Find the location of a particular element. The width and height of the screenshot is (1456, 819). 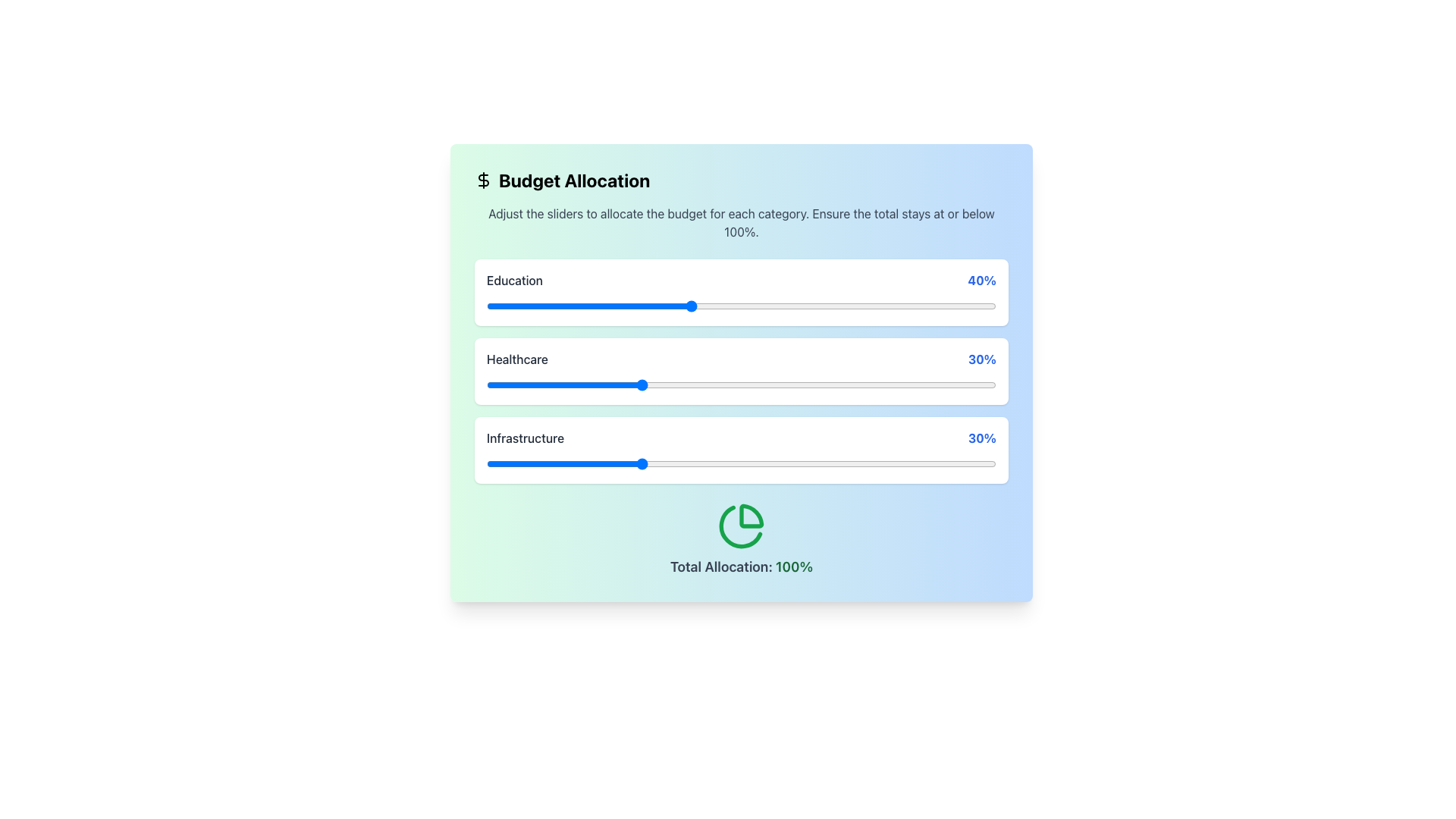

the Education allocation slider is located at coordinates (700, 306).